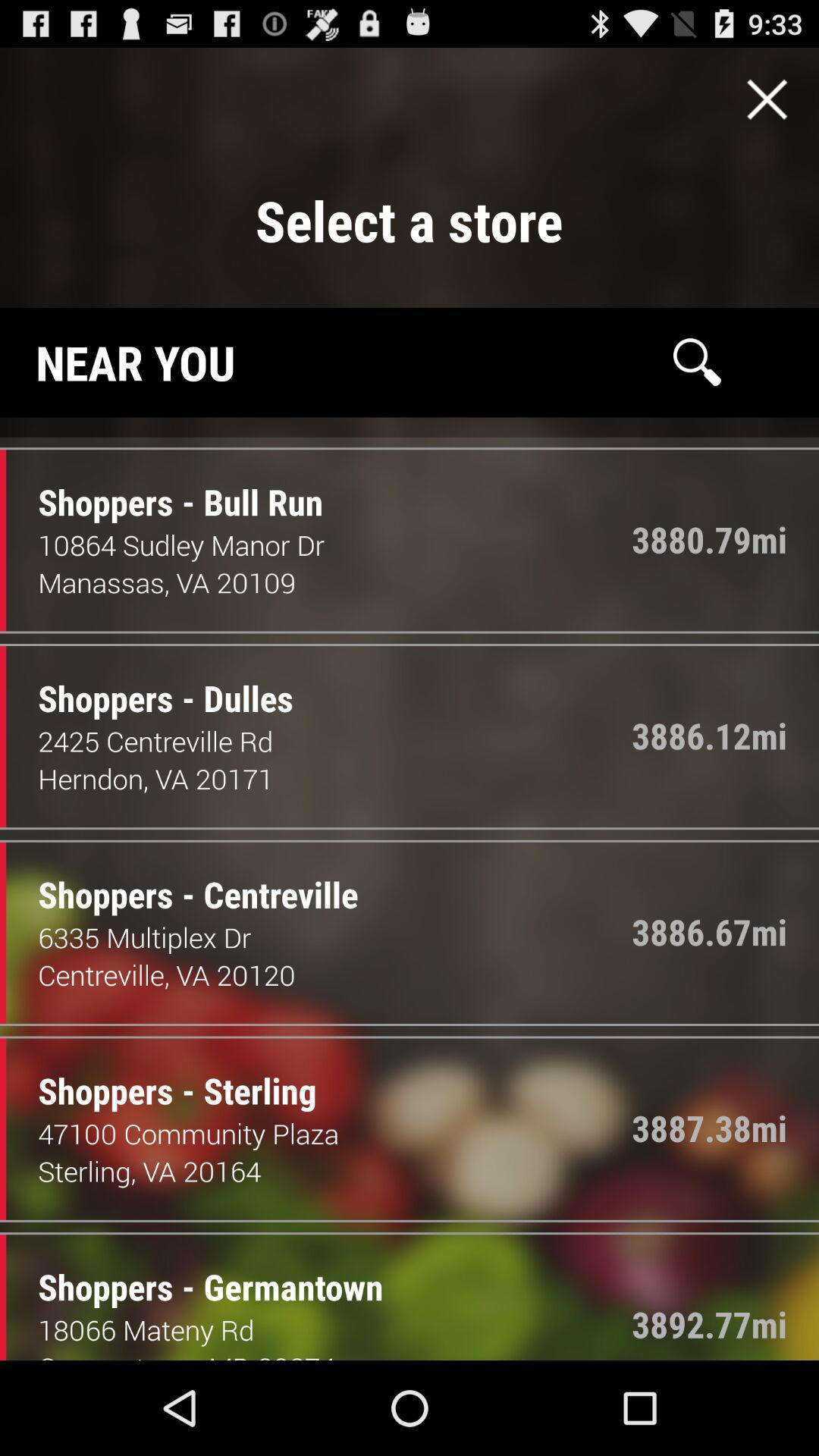 Image resolution: width=819 pixels, height=1456 pixels. I want to click on the item below the 10864 sudley manor icon, so click(237, 582).